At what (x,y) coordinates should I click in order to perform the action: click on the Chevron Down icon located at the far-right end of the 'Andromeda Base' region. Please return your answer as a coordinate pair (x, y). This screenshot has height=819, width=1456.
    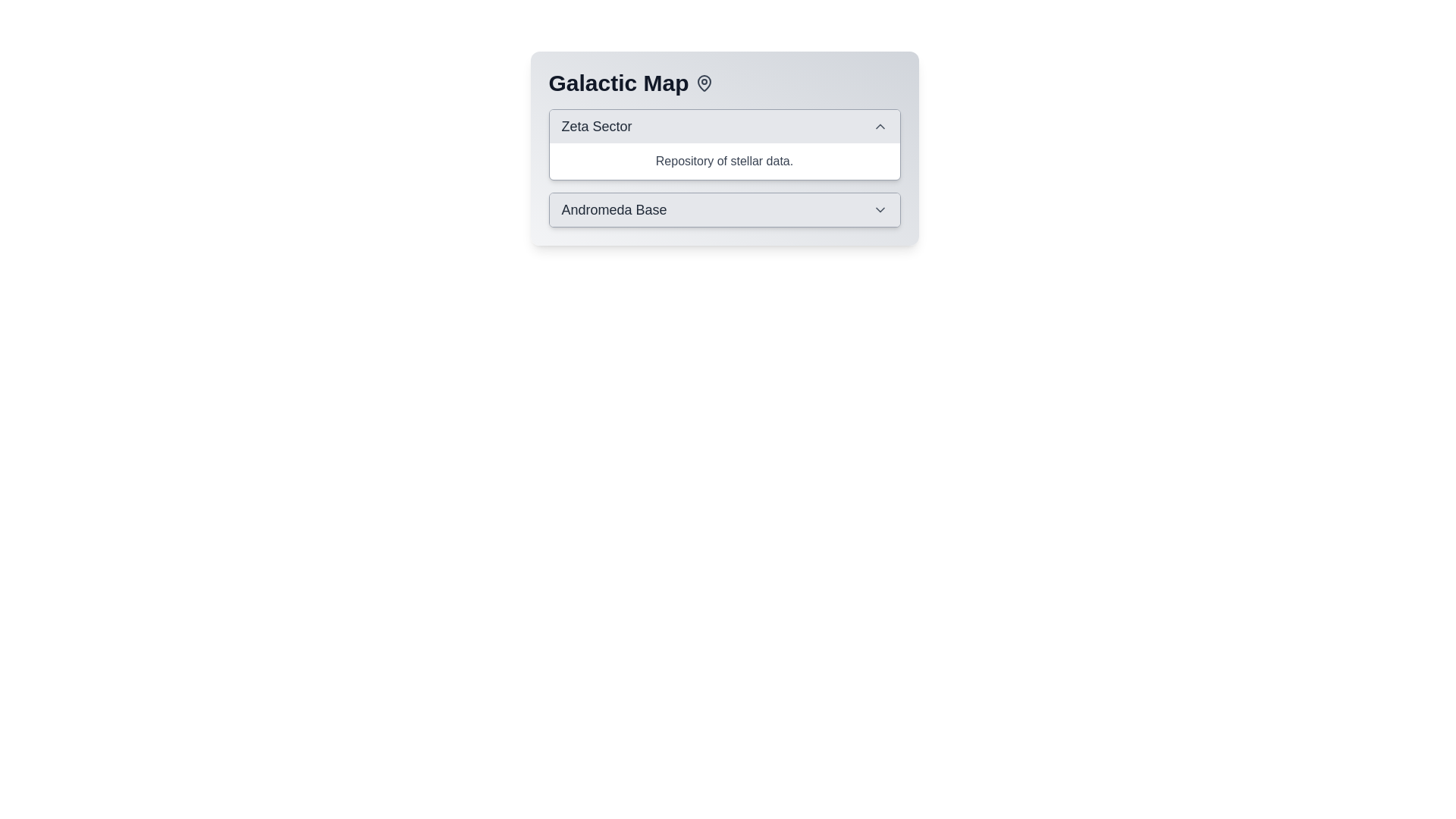
    Looking at the image, I should click on (880, 210).